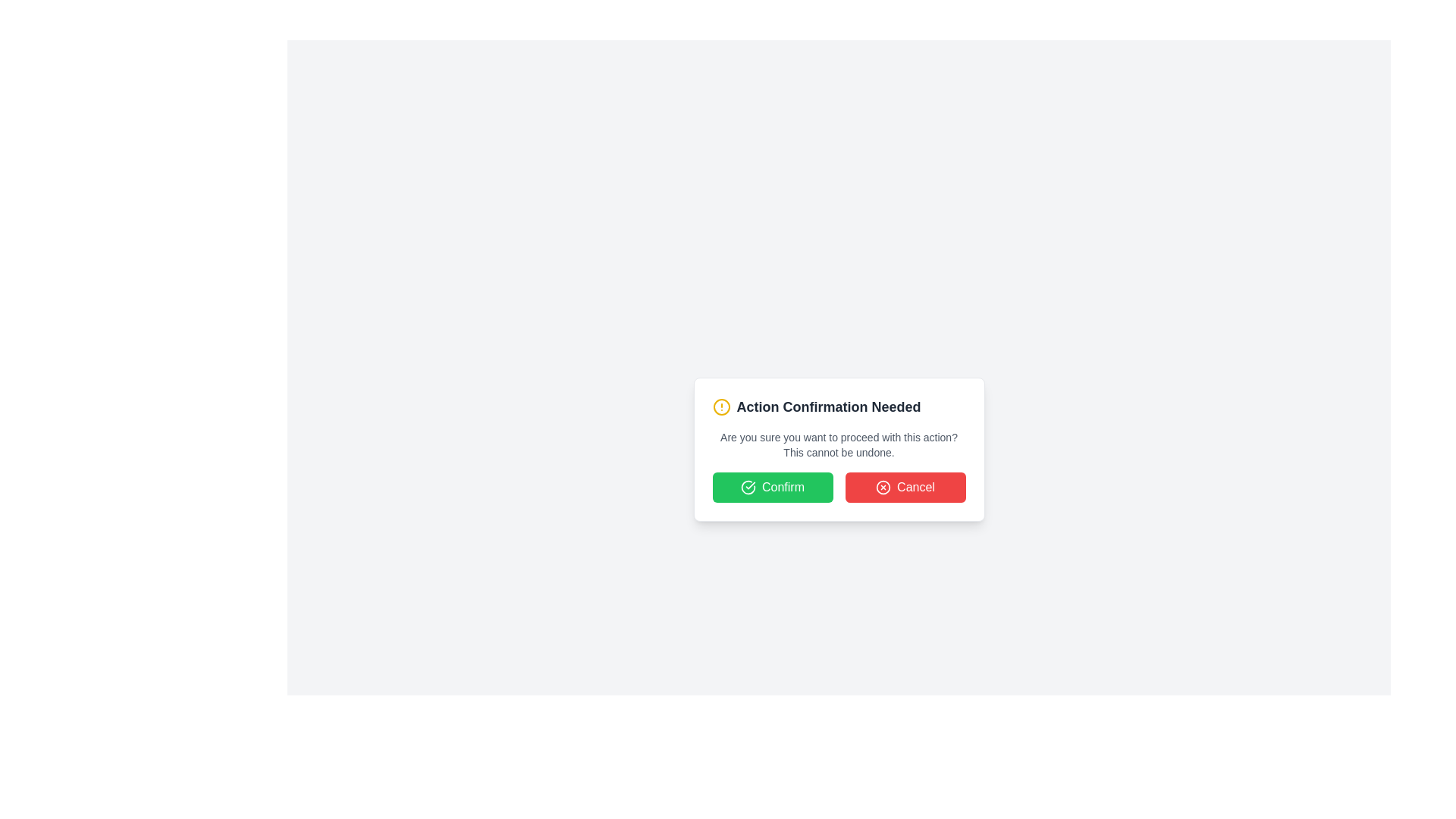 This screenshot has width=1456, height=819. What do you see at coordinates (720, 406) in the screenshot?
I see `the SVG circle element within the alert icon located in the top-left corner of the dialog box titled 'Action Confirmation Needed'` at bounding box center [720, 406].